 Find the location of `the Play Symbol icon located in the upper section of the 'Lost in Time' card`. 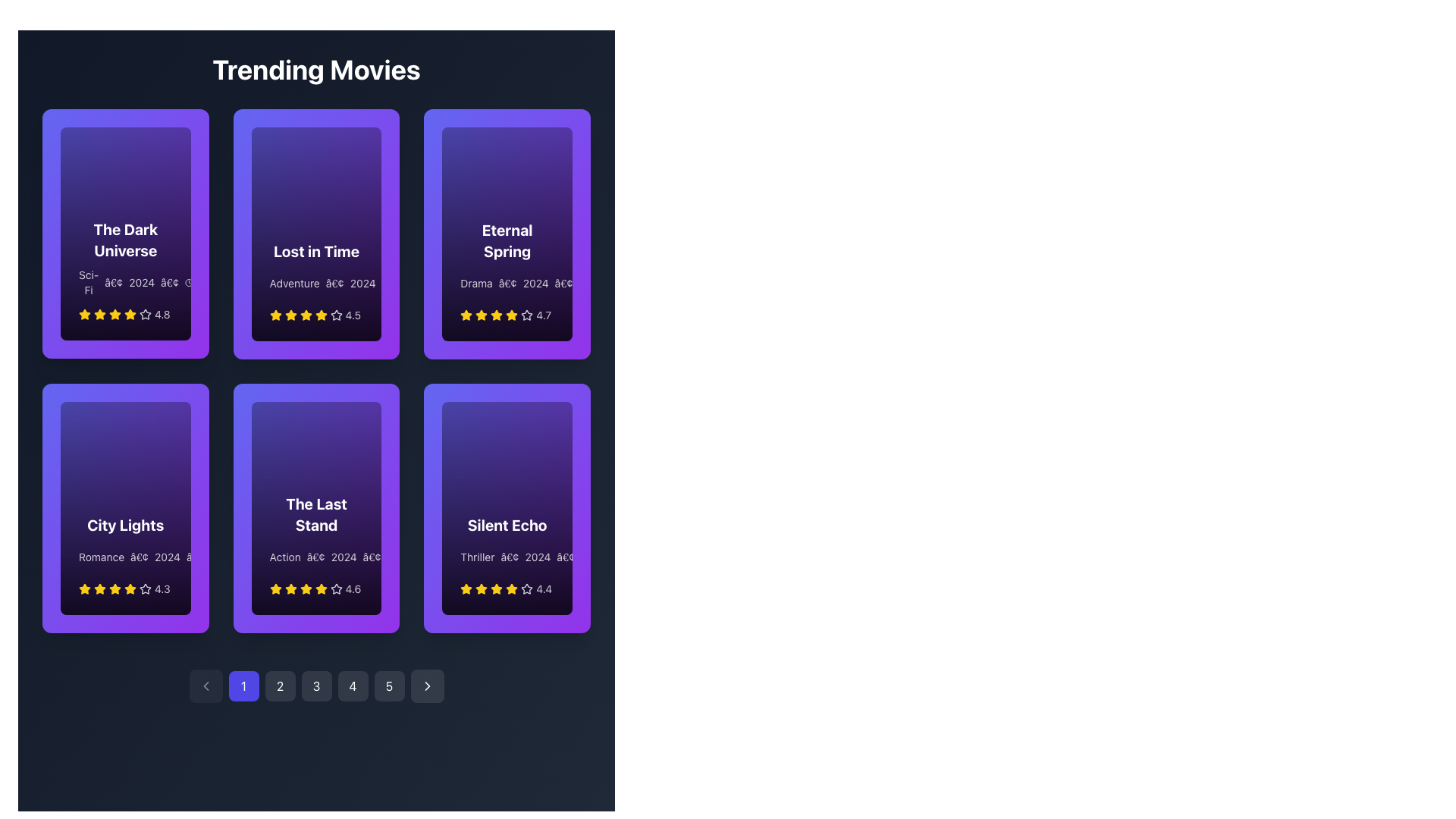

the Play Symbol icon located in the upper section of the 'Lost in Time' card is located at coordinates (375, 140).